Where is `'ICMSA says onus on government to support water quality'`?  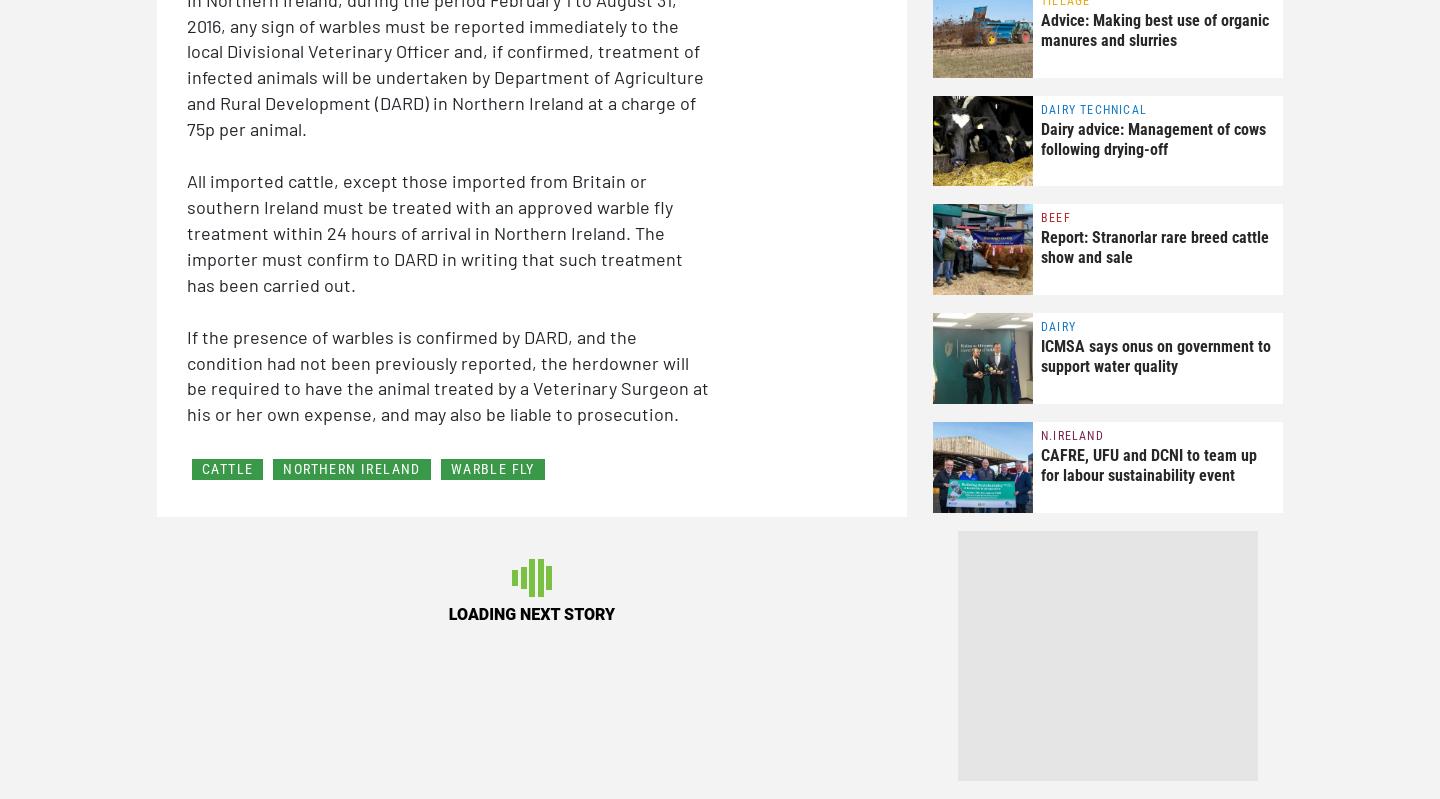 'ICMSA says onus on government to support water quality' is located at coordinates (1156, 355).